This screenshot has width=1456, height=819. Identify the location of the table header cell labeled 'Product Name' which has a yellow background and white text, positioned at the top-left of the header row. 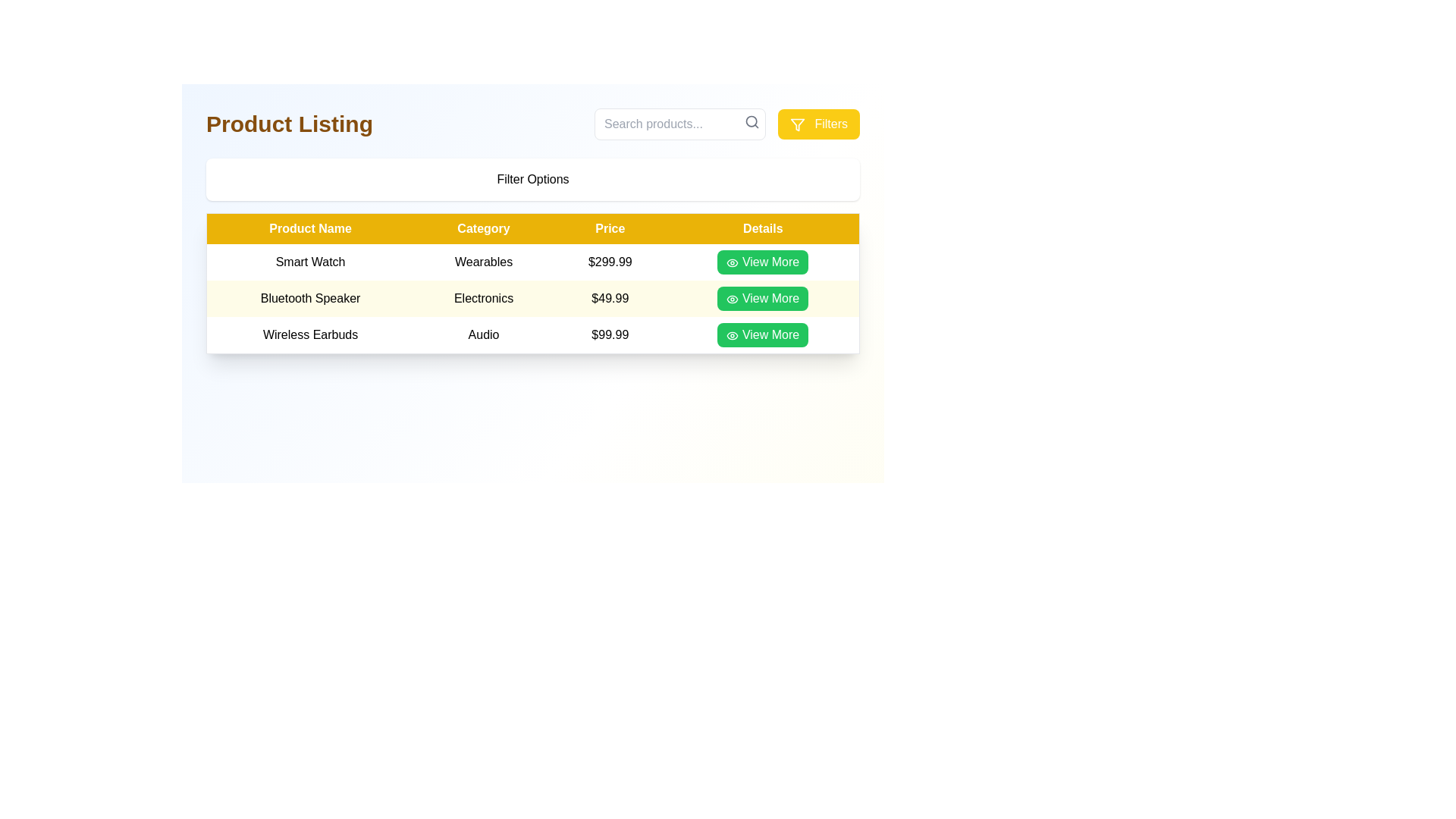
(309, 228).